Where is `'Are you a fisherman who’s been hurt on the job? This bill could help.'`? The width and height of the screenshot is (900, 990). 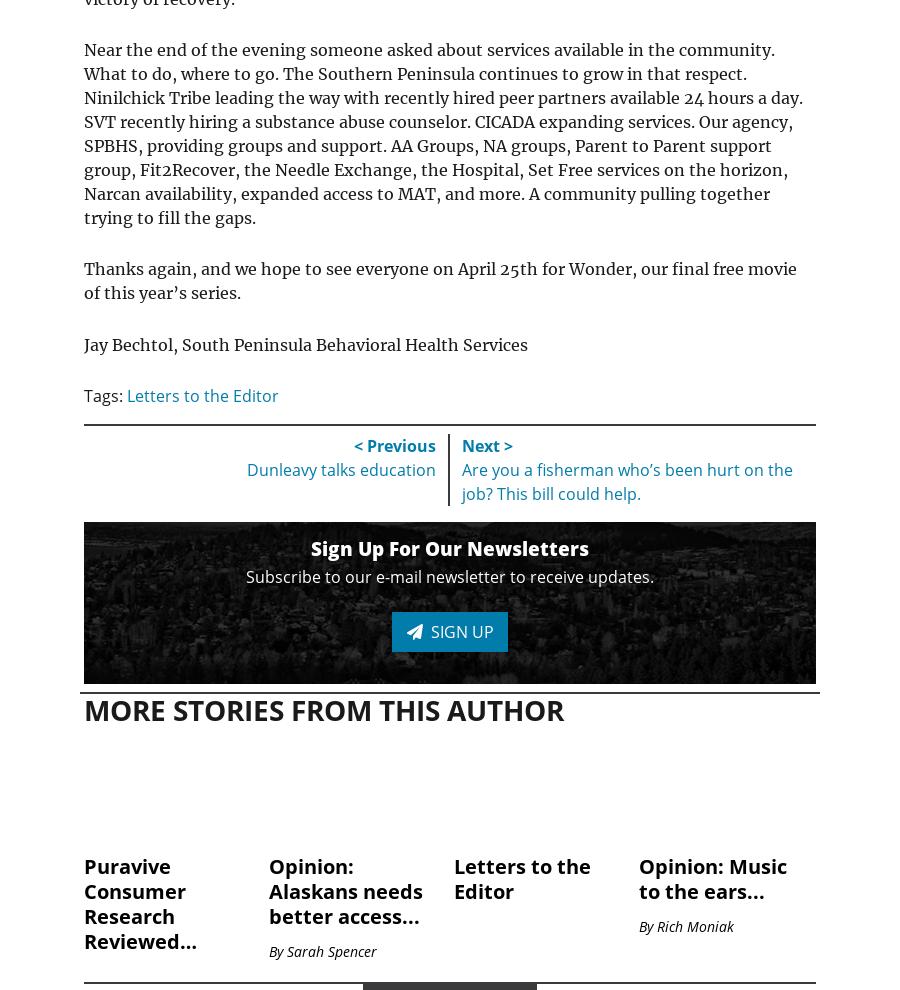 'Are you a fisherman who’s been hurt on the job? This bill could help.' is located at coordinates (627, 481).